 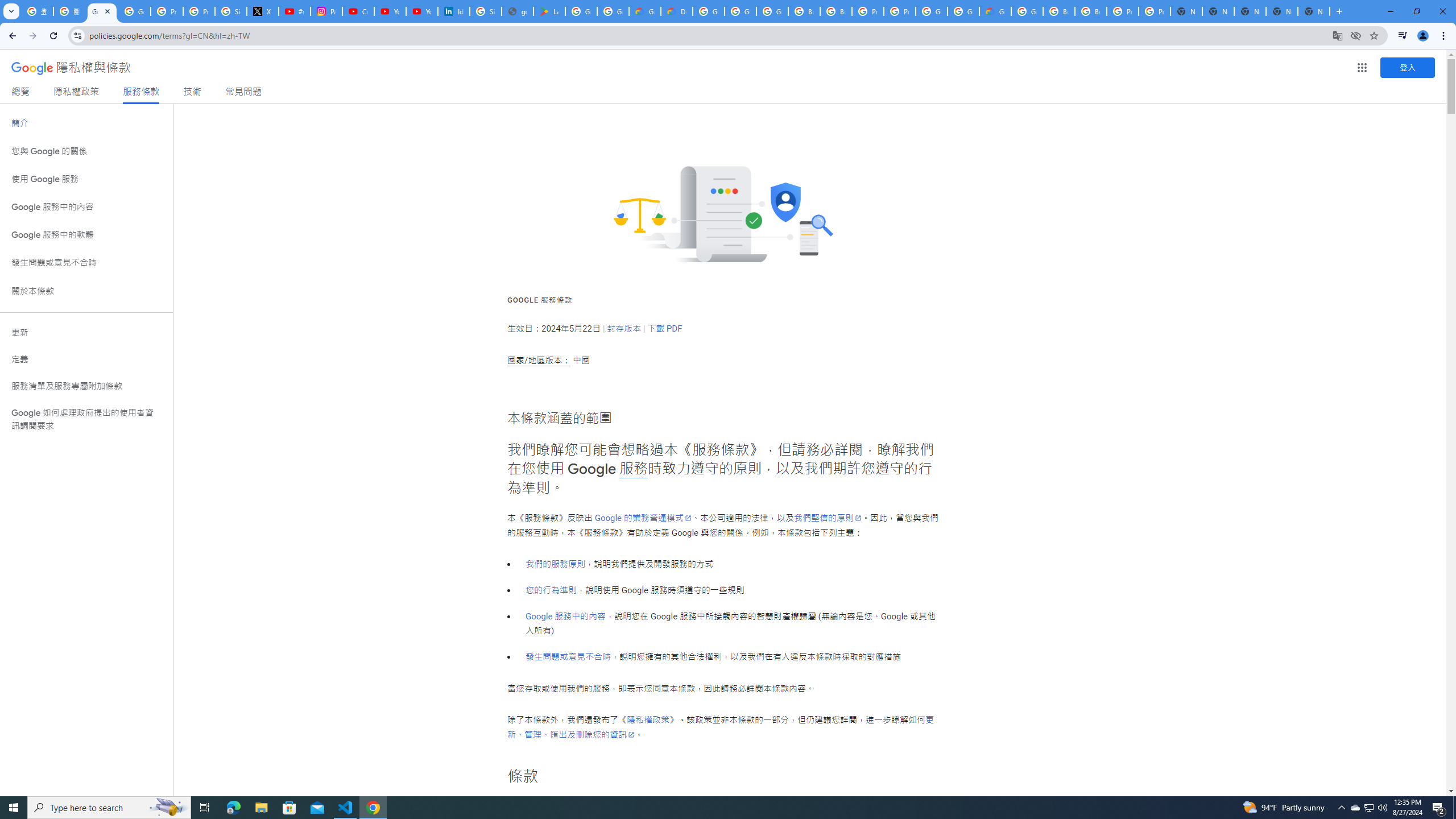 I want to click on 'New Tab', so click(x=1314, y=11).